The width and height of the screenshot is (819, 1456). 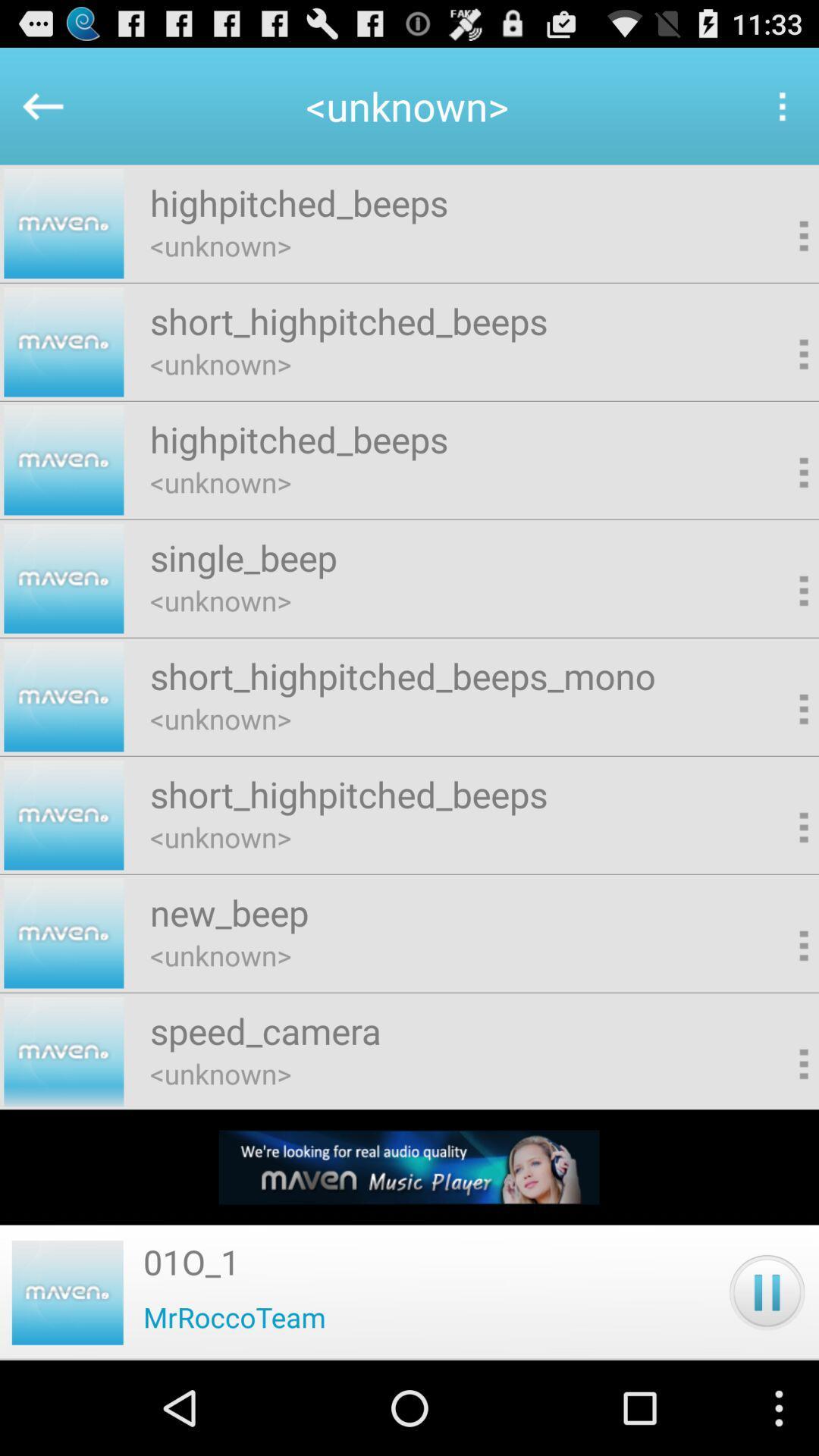 What do you see at coordinates (779, 253) in the screenshot?
I see `the more icon` at bounding box center [779, 253].